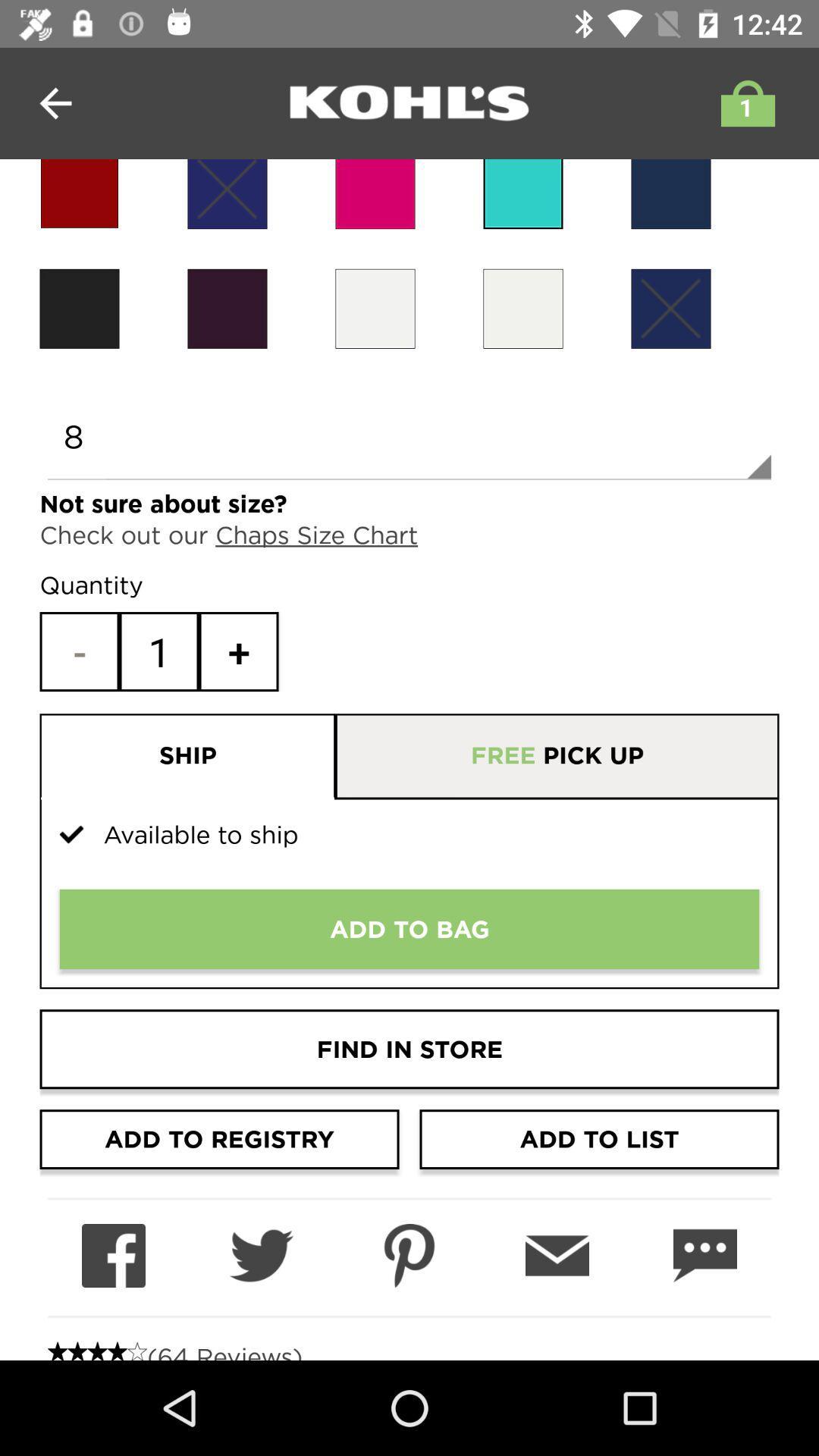  I want to click on color selection button, so click(375, 308).